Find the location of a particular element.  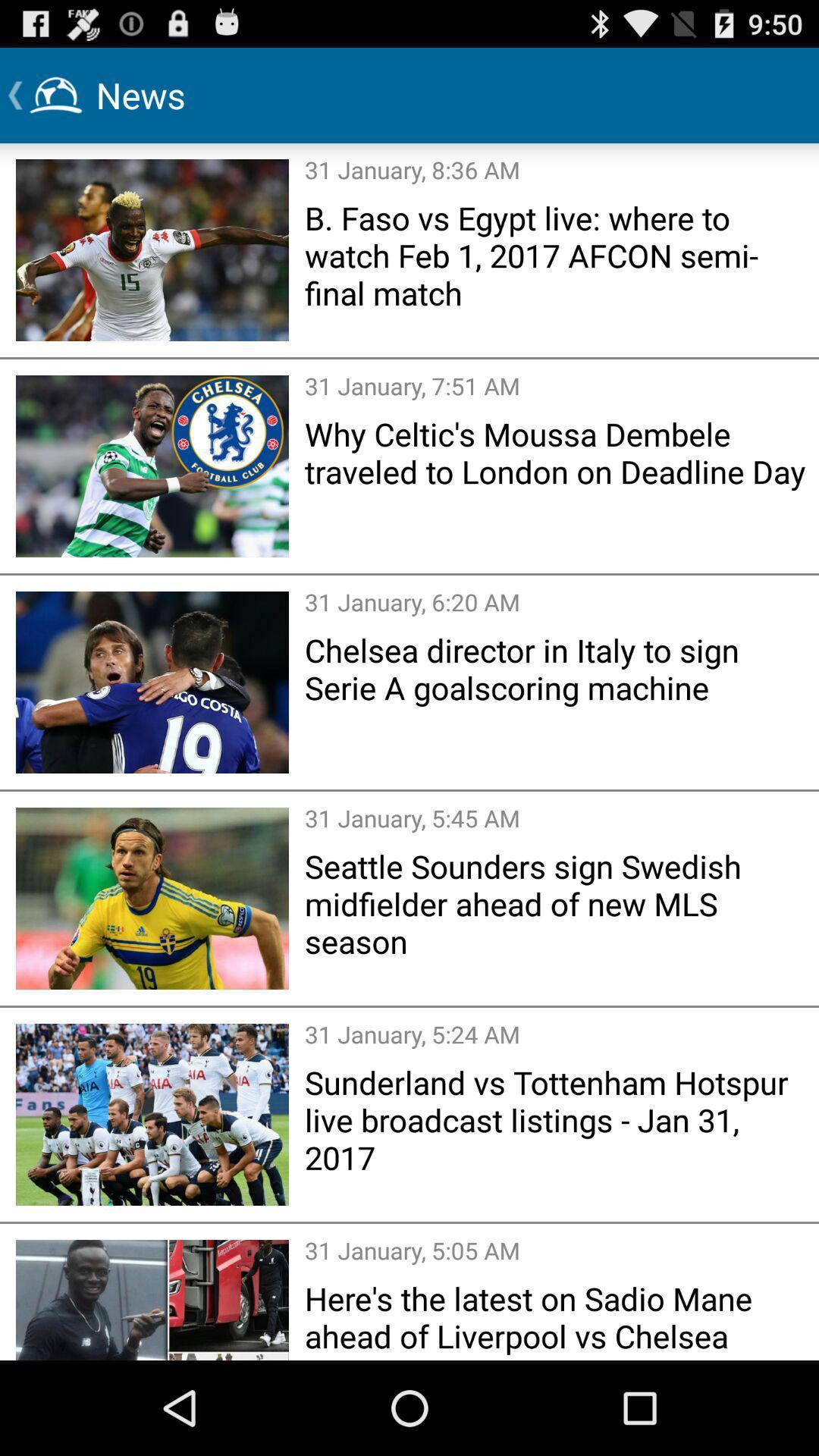

item below the 31 january 5 is located at coordinates (557, 903).